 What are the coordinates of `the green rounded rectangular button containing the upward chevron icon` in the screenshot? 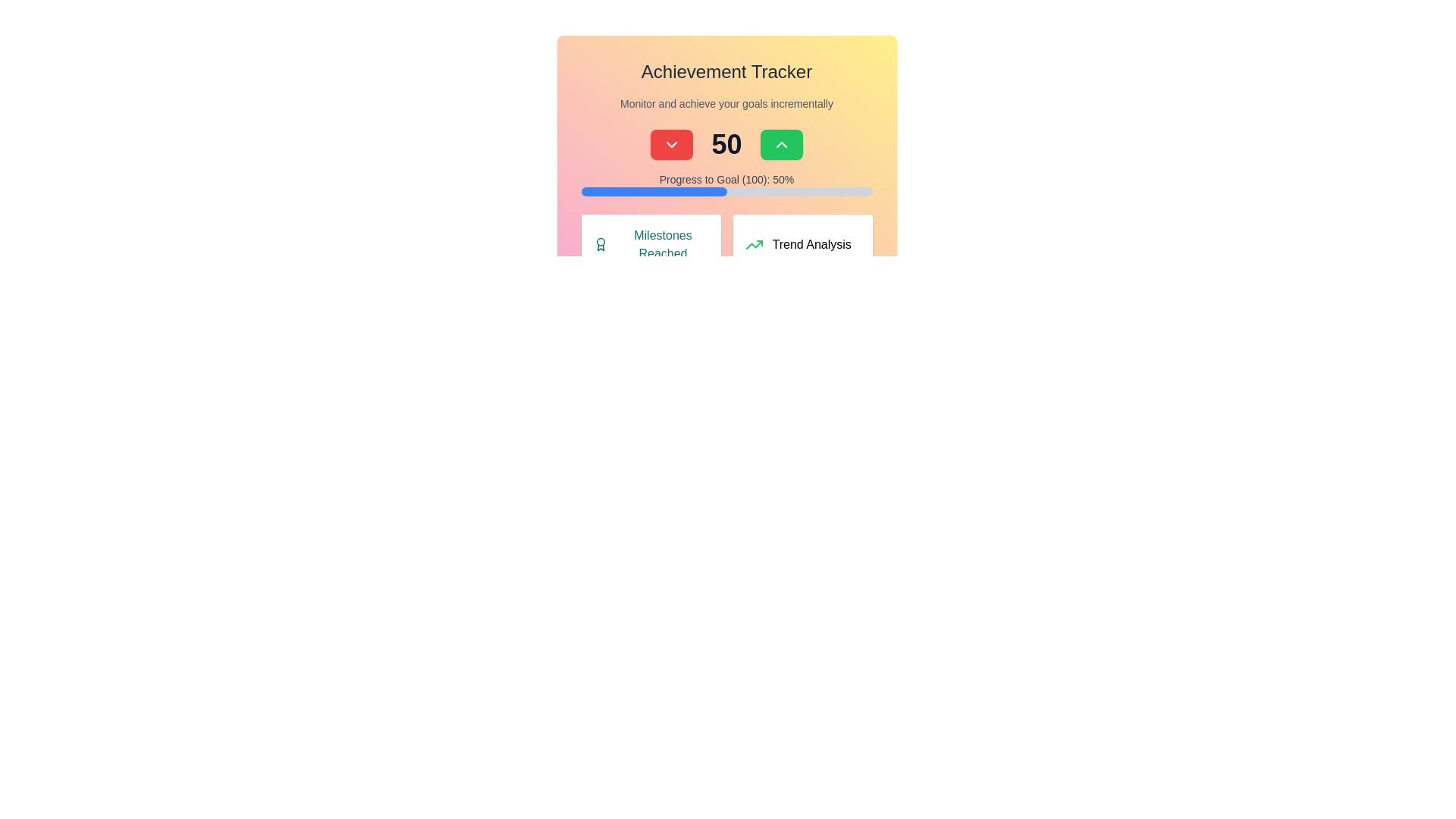 It's located at (781, 145).